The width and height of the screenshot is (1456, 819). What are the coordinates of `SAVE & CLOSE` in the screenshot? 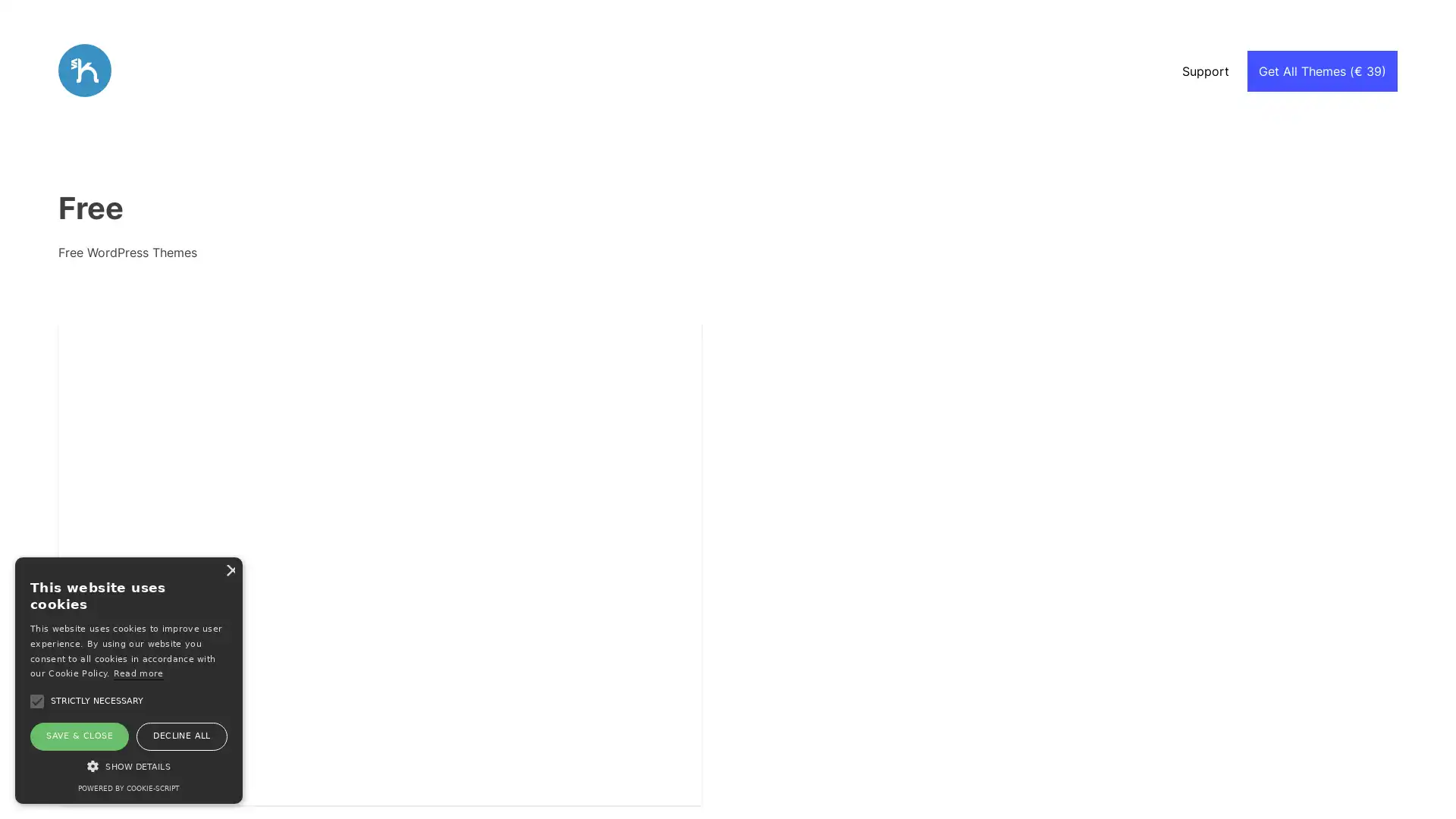 It's located at (79, 736).